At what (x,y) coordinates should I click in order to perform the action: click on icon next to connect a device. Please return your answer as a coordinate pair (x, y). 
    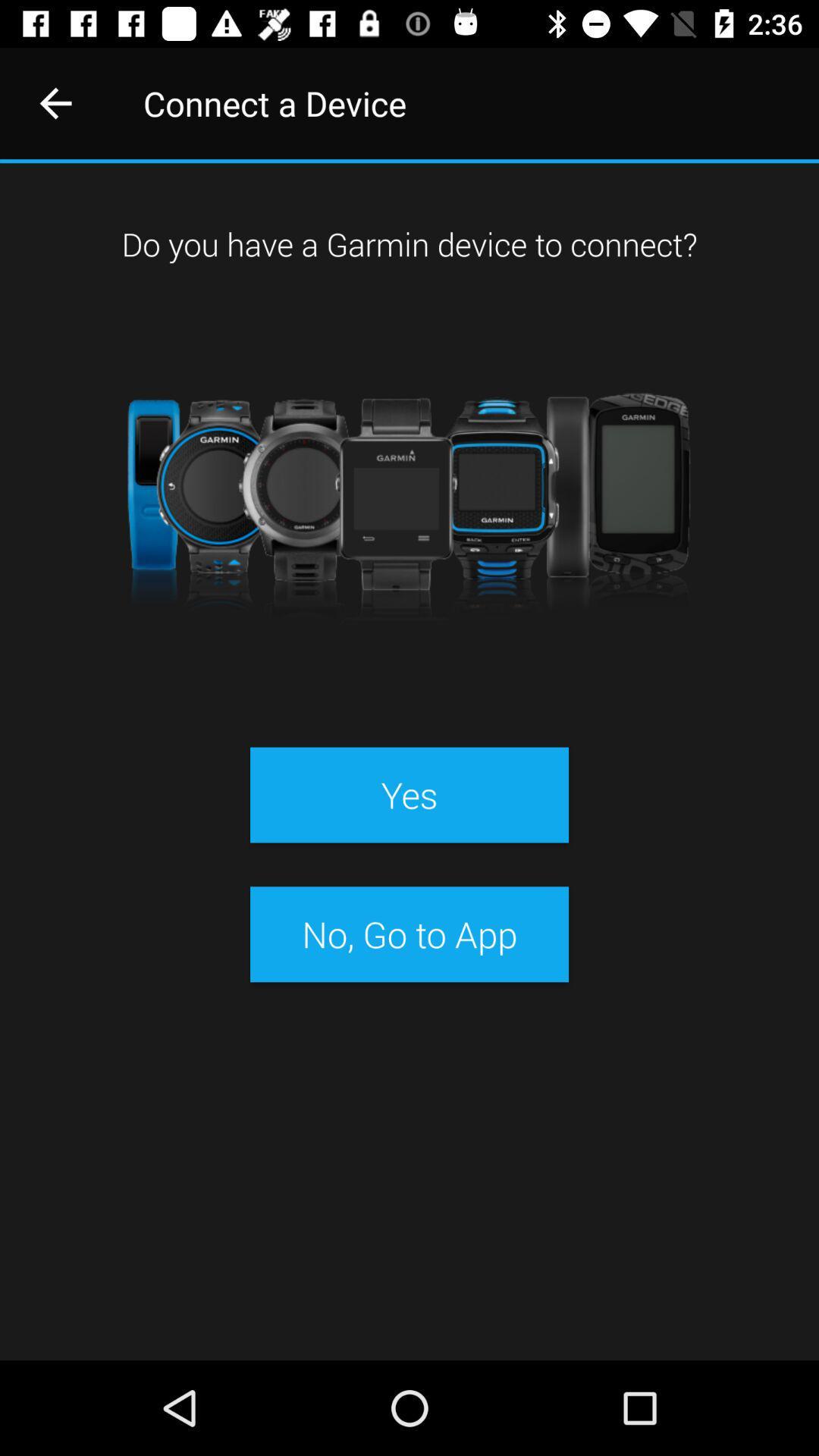
    Looking at the image, I should click on (55, 102).